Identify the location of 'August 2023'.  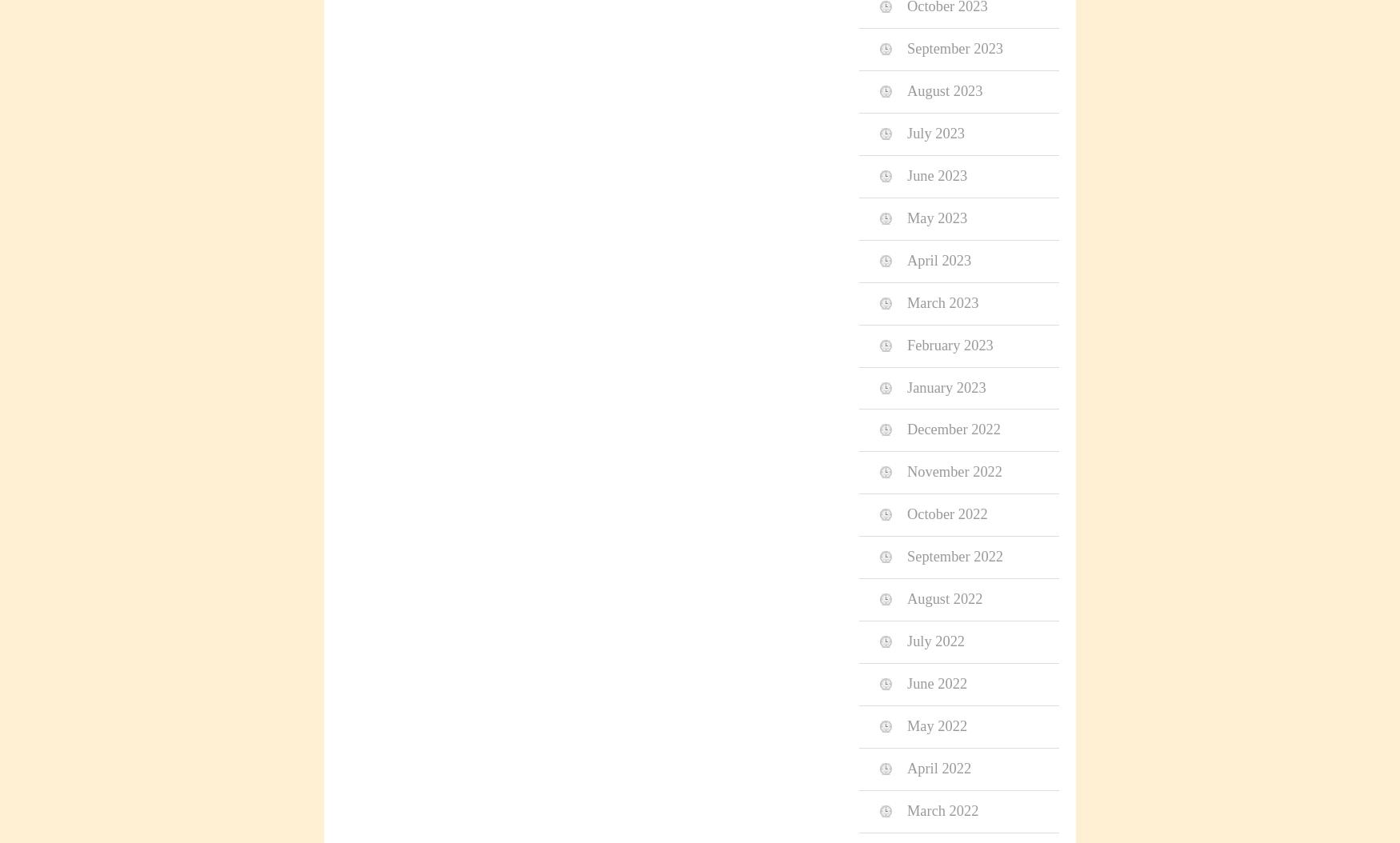
(944, 91).